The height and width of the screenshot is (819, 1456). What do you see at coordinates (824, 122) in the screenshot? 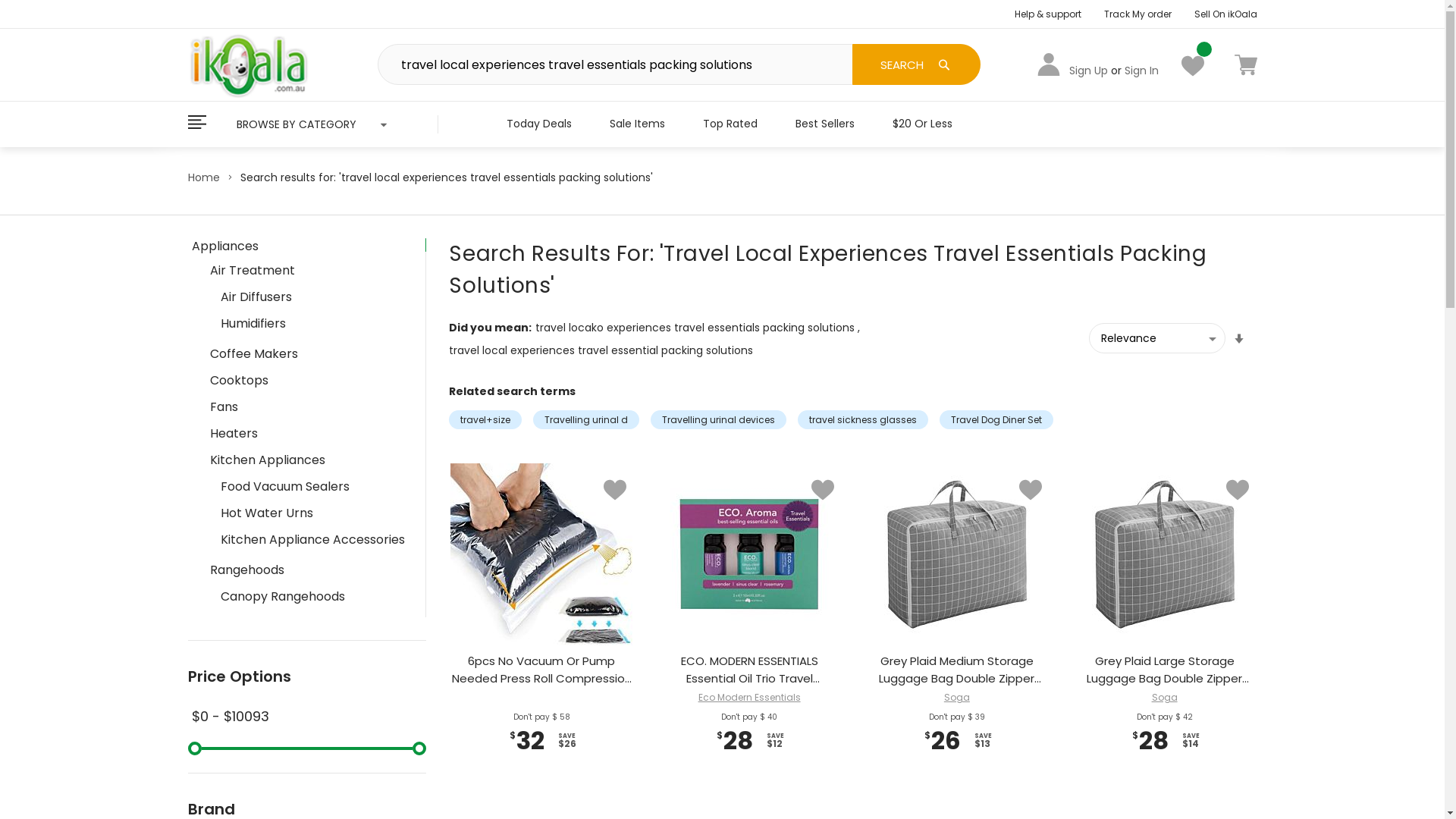
I see `'Best Sellers'` at bounding box center [824, 122].